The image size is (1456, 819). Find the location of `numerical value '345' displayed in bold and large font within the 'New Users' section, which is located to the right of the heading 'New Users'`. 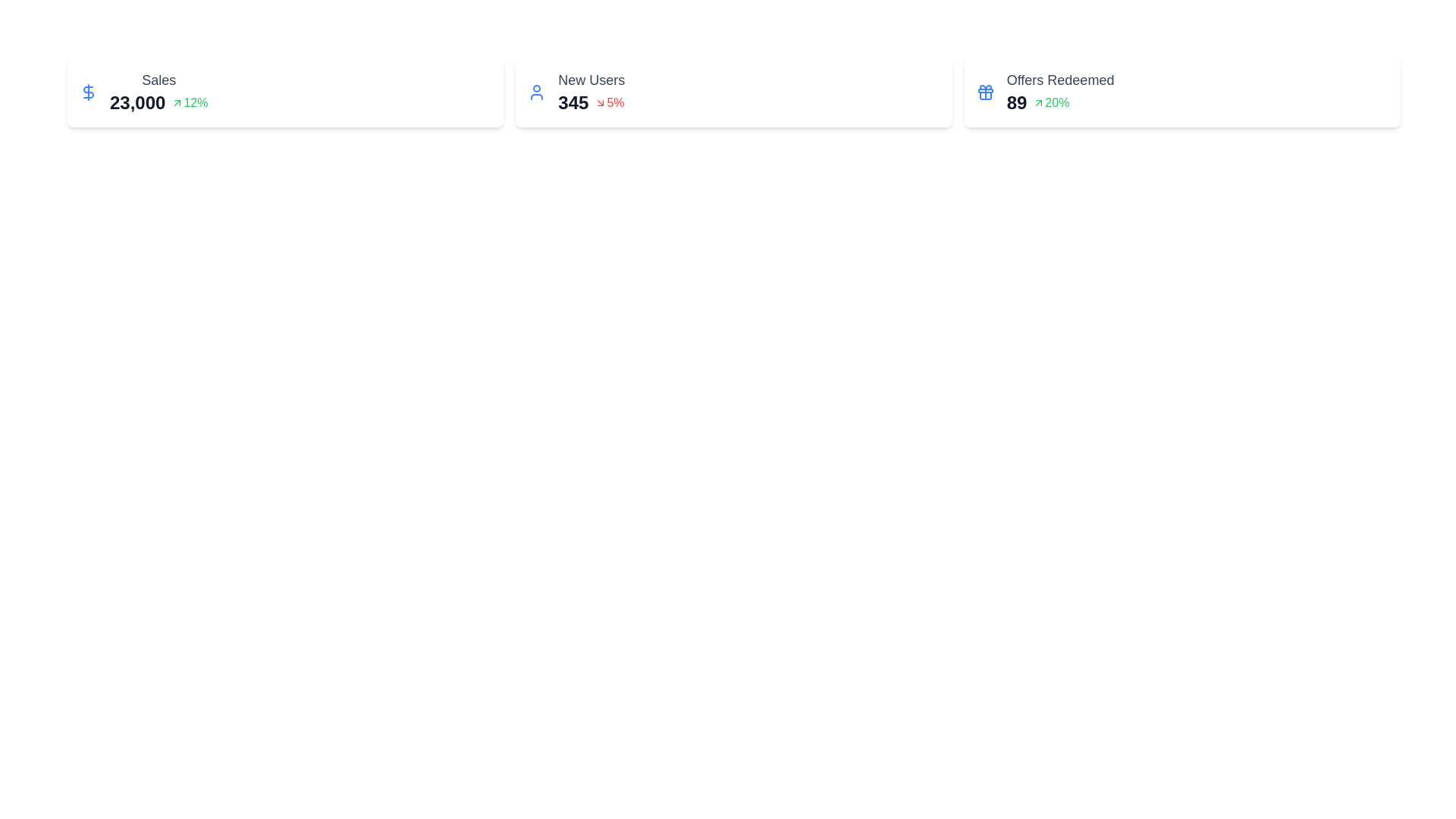

numerical value '345' displayed in bold and large font within the 'New Users' section, which is located to the right of the heading 'New Users' is located at coordinates (573, 102).